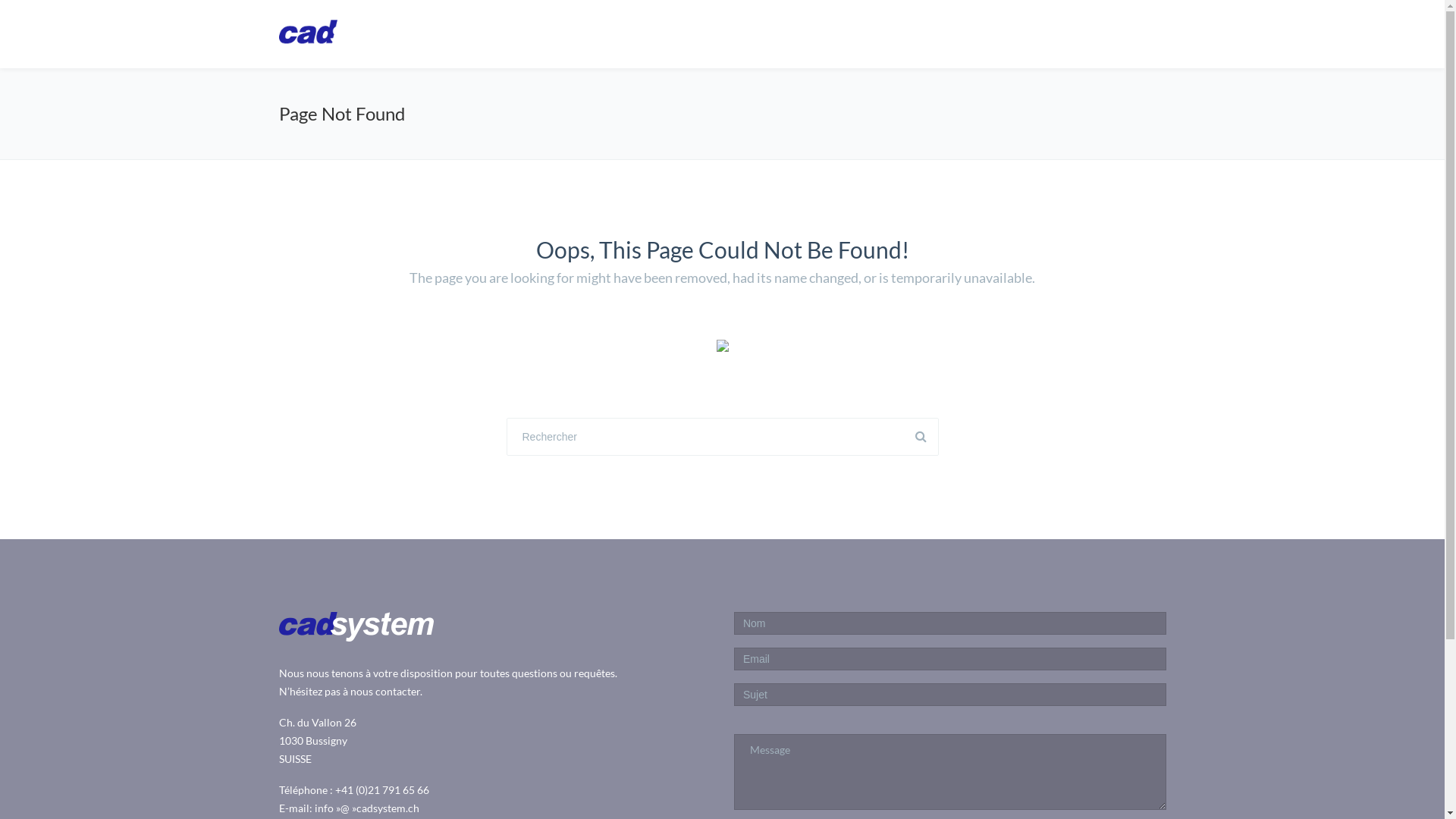  Describe the element at coordinates (356, 34) in the screenshot. I see `'www.cad-system.ch'` at that location.